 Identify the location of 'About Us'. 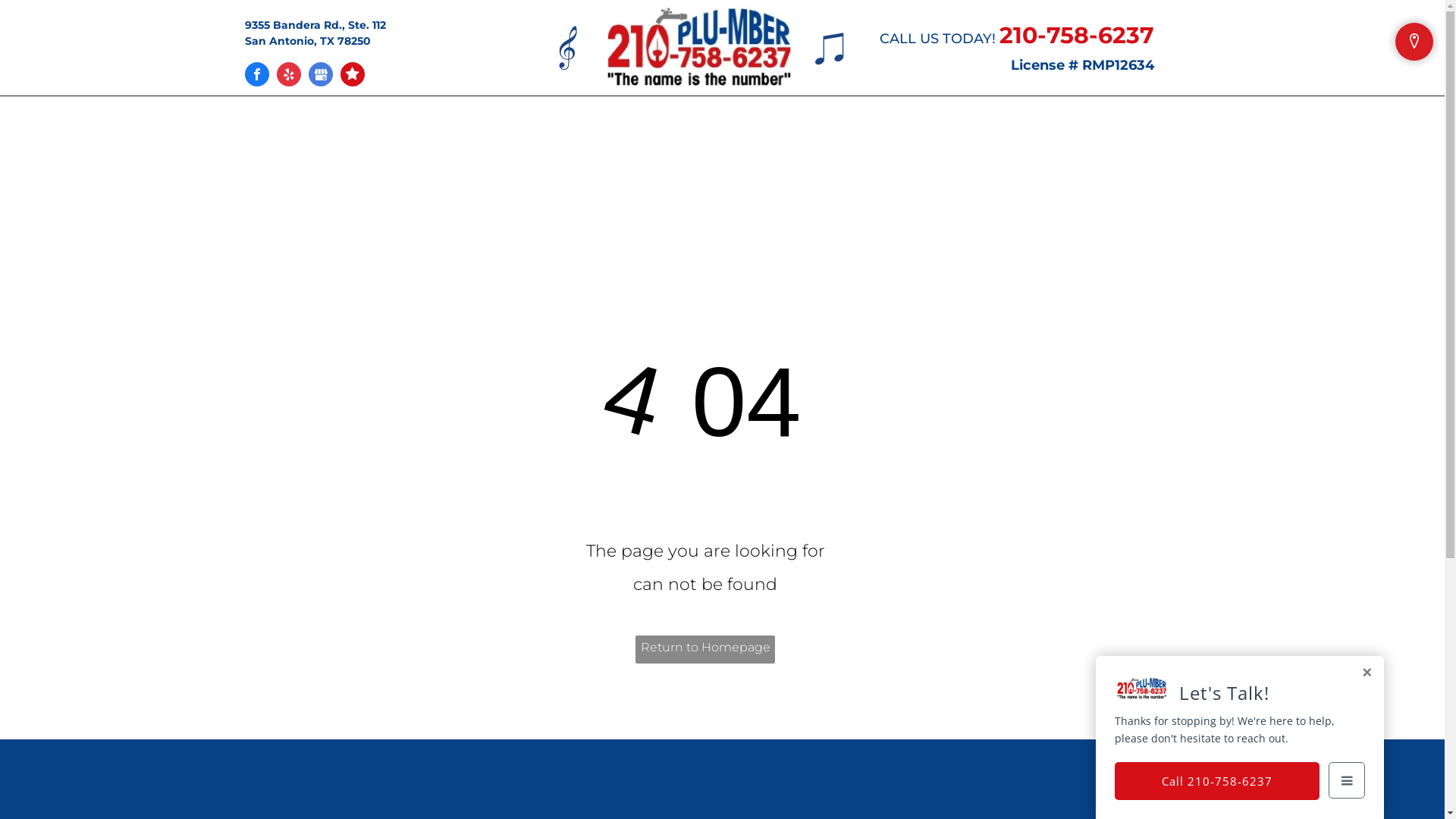
(483, 127).